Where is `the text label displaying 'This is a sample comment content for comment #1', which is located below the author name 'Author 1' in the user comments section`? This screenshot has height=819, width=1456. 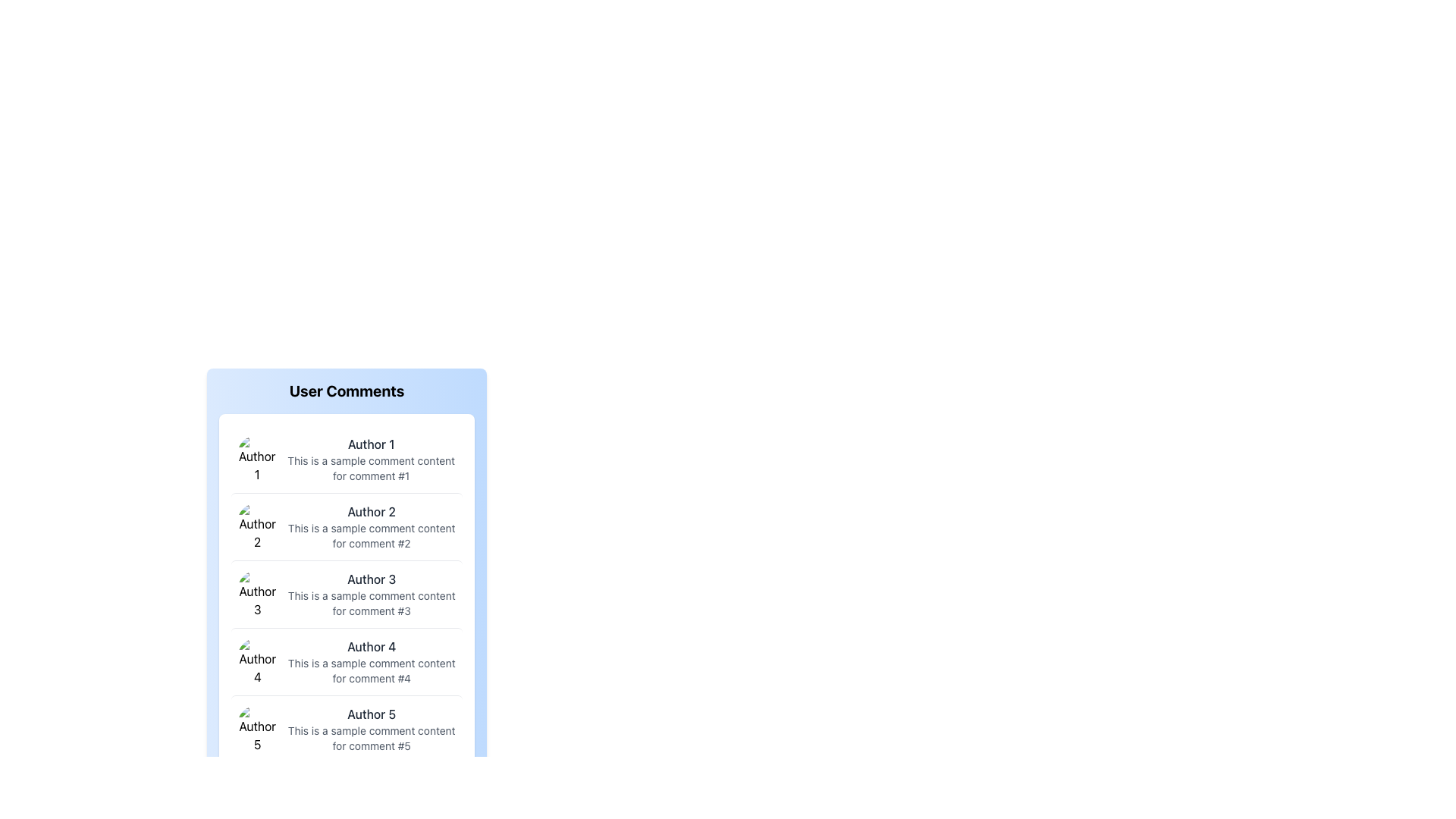
the text label displaying 'This is a sample comment content for comment #1', which is located below the author name 'Author 1' in the user comments section is located at coordinates (371, 467).